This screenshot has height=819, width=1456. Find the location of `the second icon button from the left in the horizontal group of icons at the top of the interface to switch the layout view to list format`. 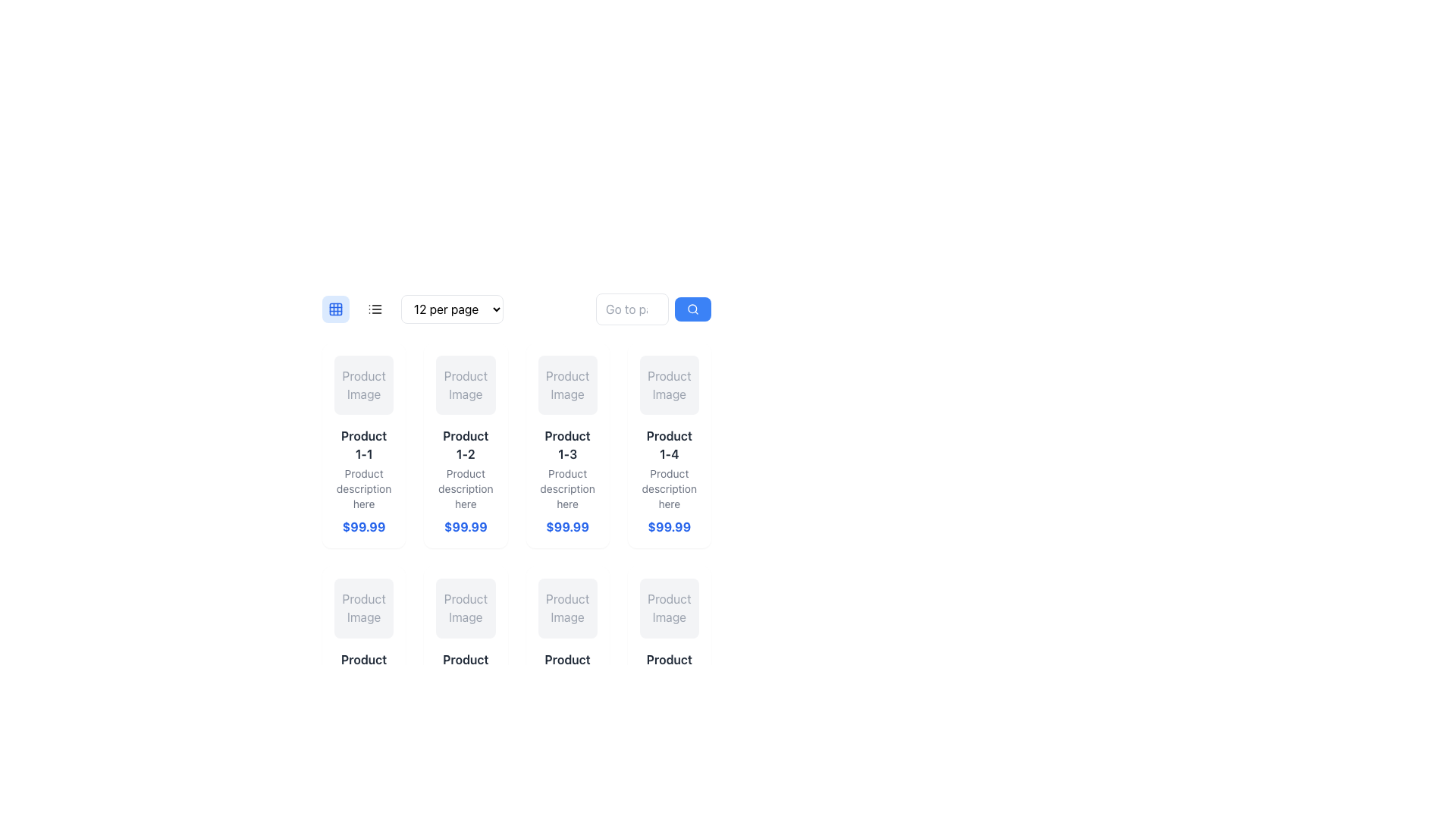

the second icon button from the left in the horizontal group of icons at the top of the interface to switch the layout view to list format is located at coordinates (375, 309).